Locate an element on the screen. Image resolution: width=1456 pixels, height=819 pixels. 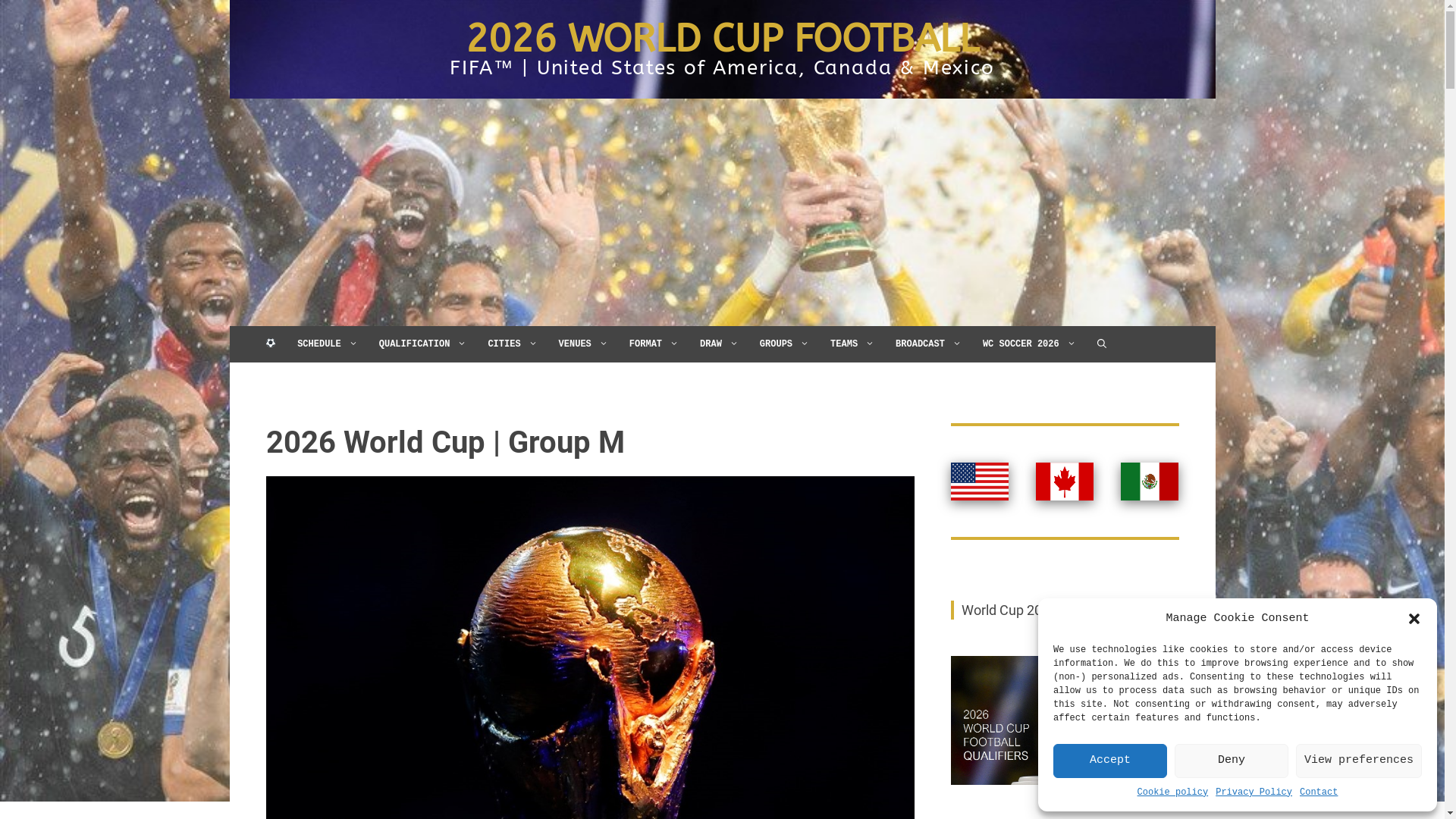
'SCHEDULE' is located at coordinates (327, 344).